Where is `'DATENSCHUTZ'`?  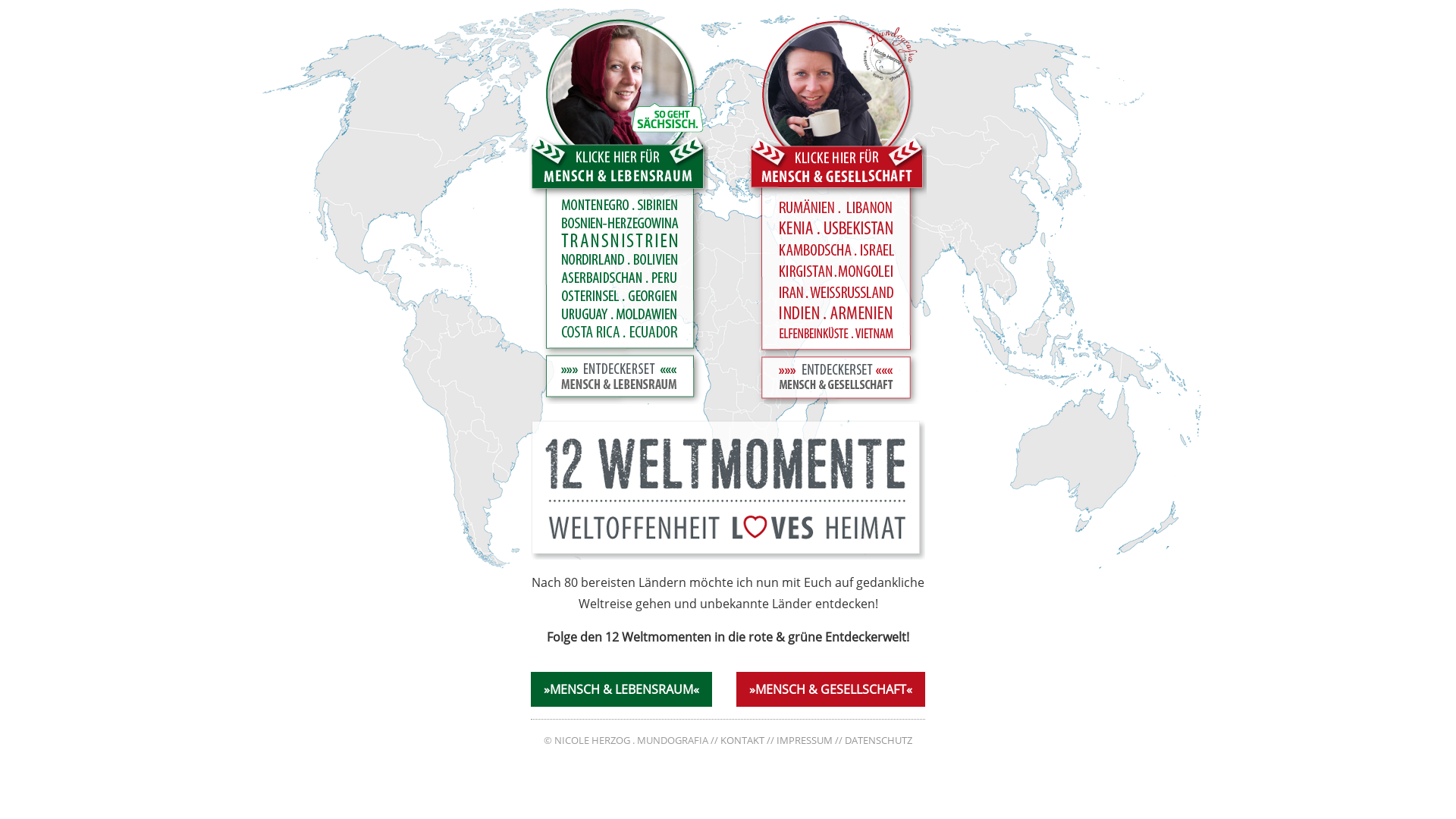 'DATENSCHUTZ' is located at coordinates (878, 739).